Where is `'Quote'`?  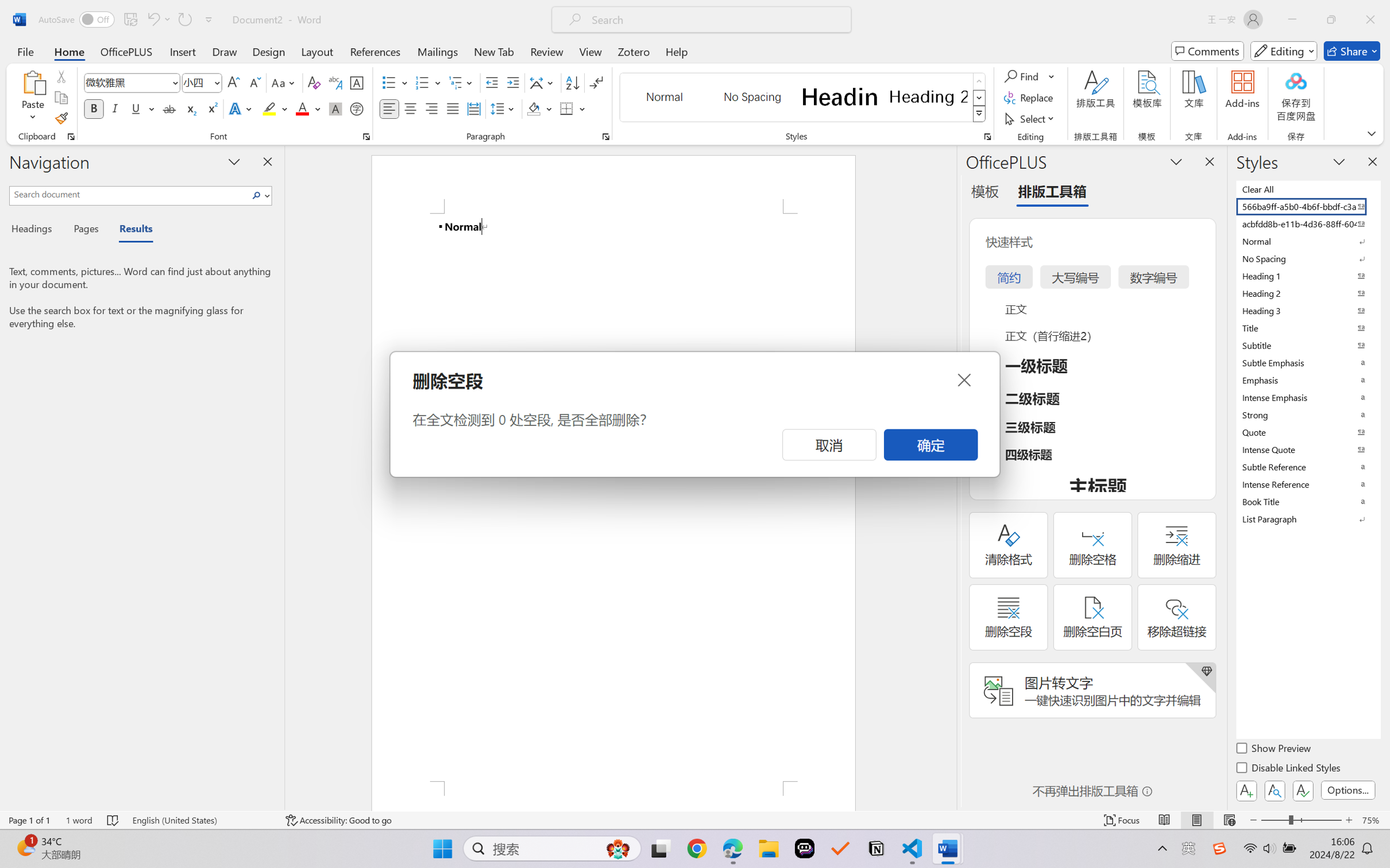 'Quote' is located at coordinates (1307, 432).